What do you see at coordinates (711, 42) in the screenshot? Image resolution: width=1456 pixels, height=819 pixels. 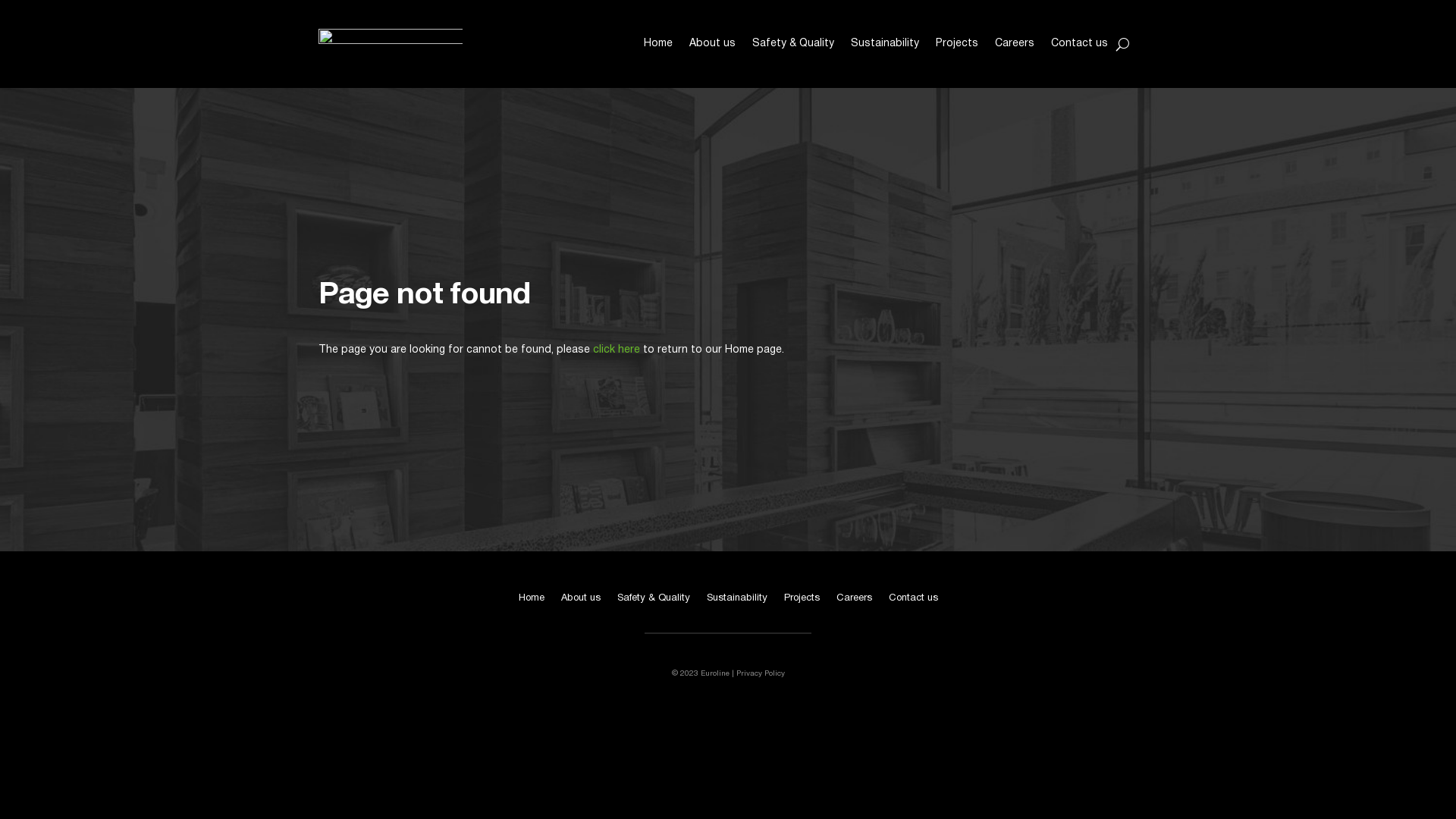 I see `'About us'` at bounding box center [711, 42].